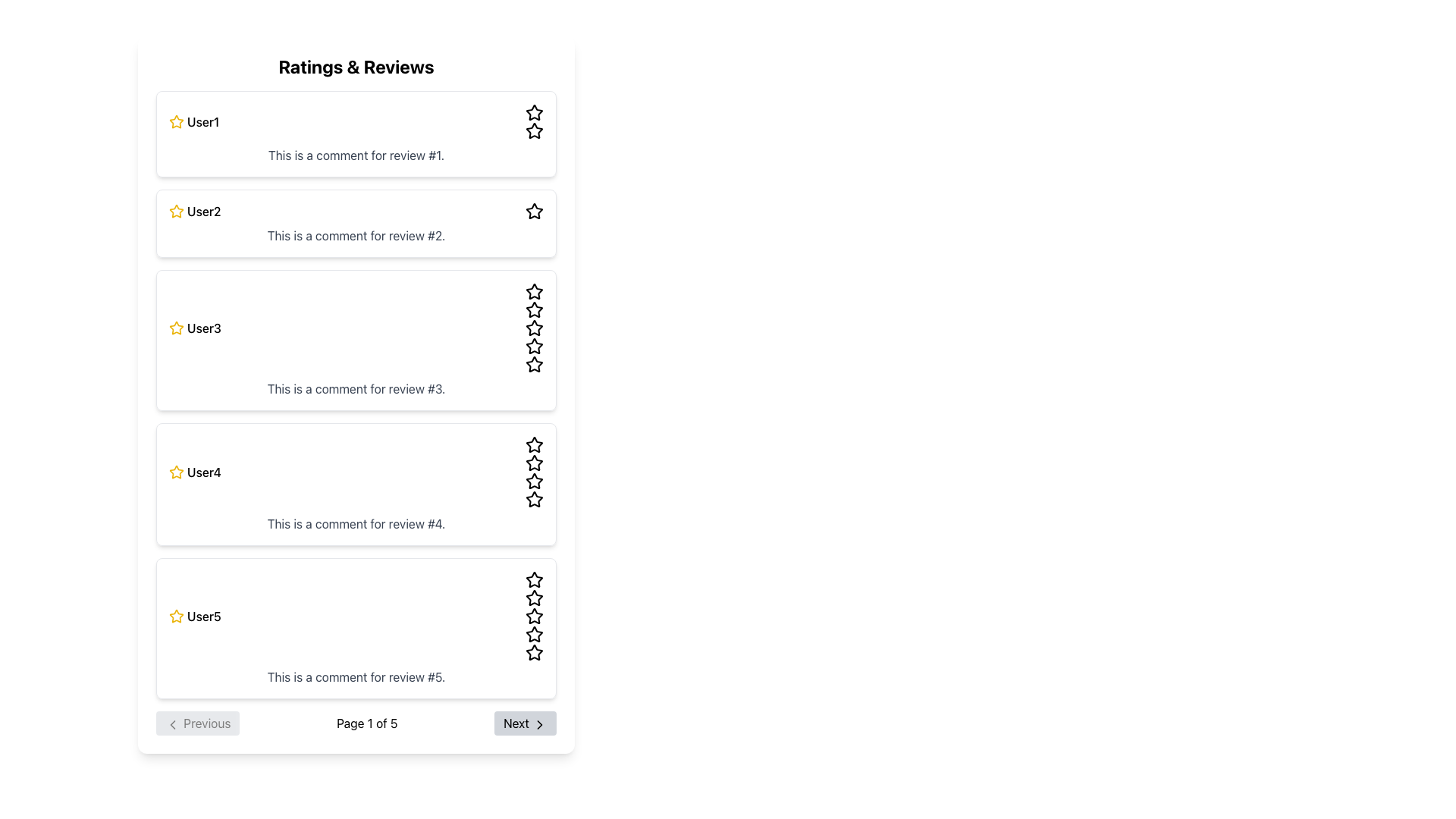 This screenshot has width=1456, height=819. Describe the element at coordinates (535, 482) in the screenshot. I see `the fifth star icon in the rating widget of the fourth review card labeled 'User4'` at that location.